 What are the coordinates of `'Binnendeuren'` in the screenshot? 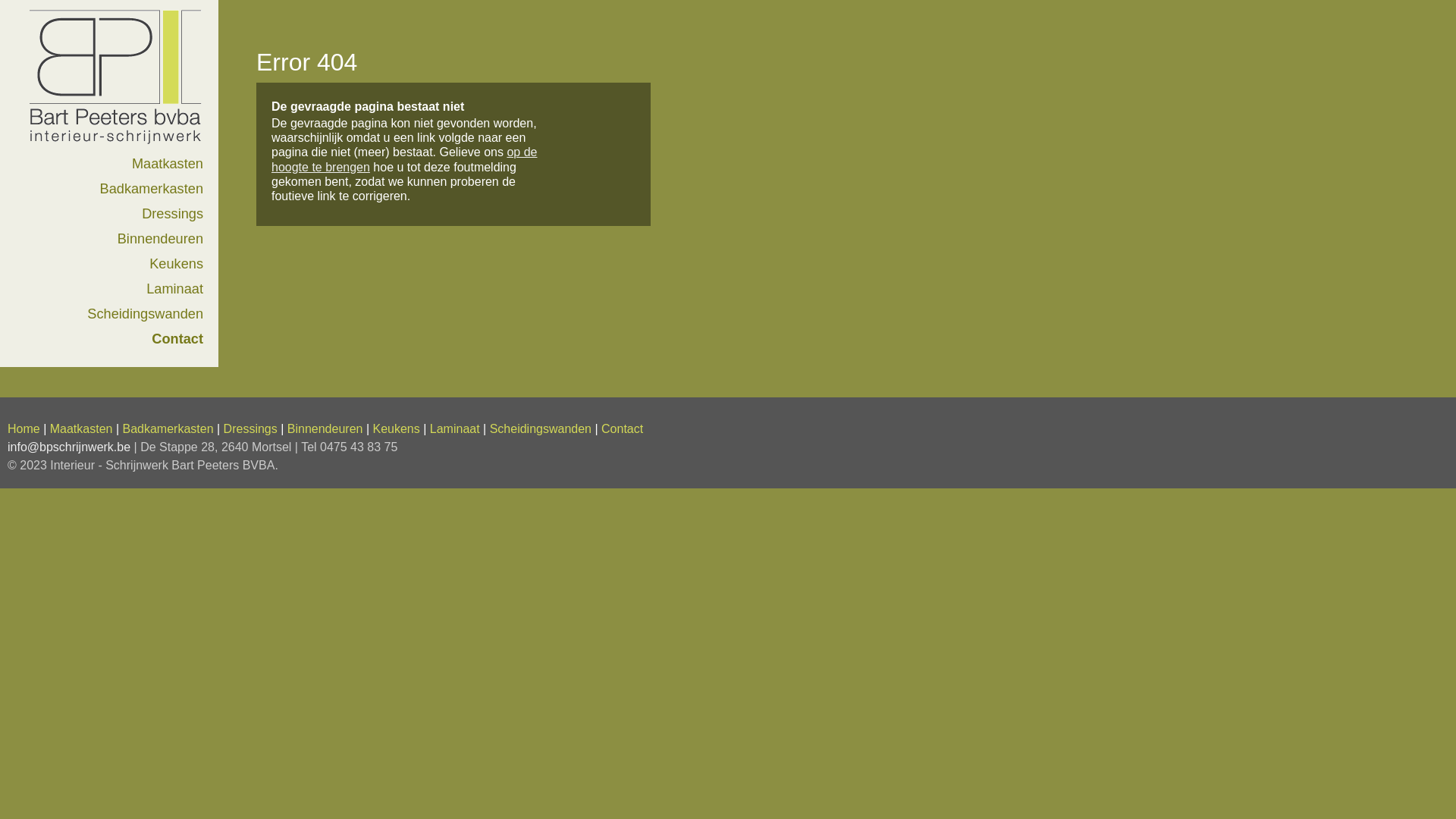 It's located at (324, 428).